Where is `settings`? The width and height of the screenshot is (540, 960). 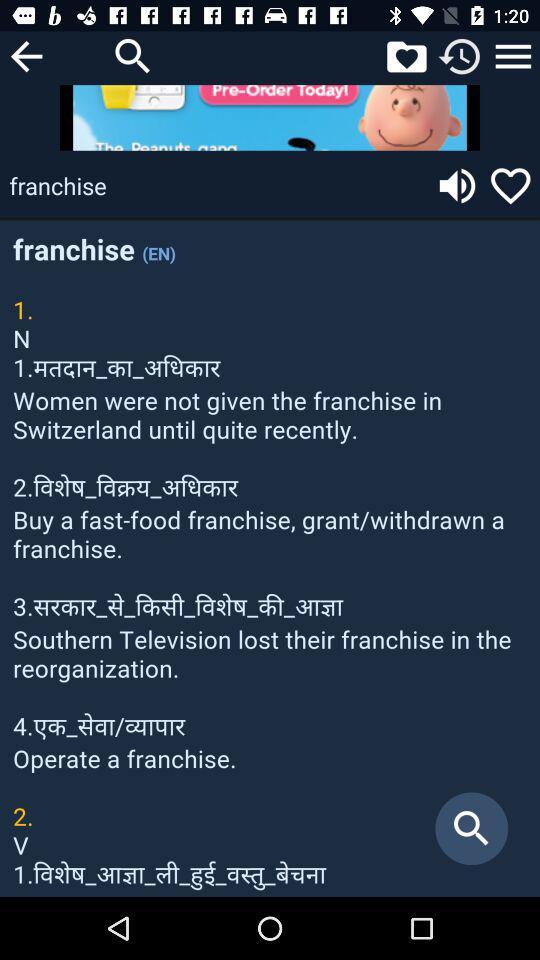
settings is located at coordinates (513, 55).